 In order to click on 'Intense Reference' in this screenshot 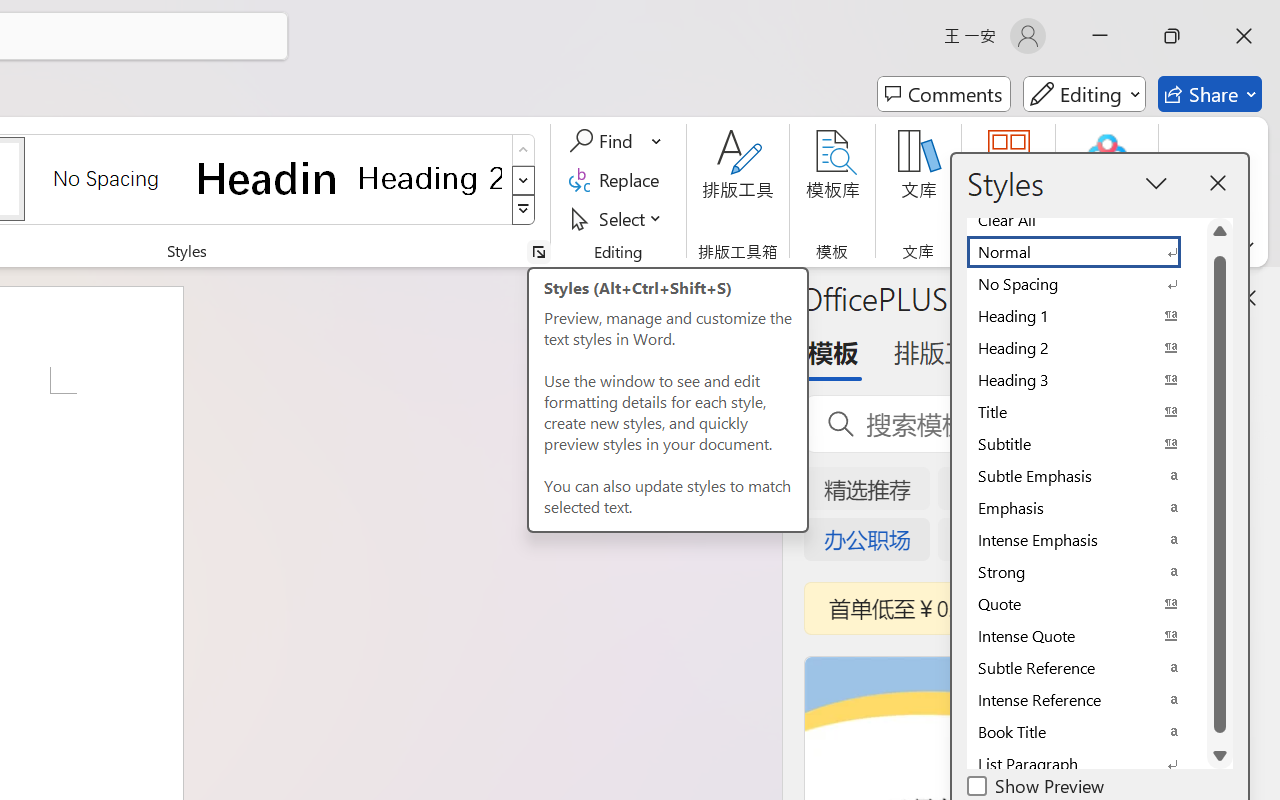, I will do `click(1085, 700)`.